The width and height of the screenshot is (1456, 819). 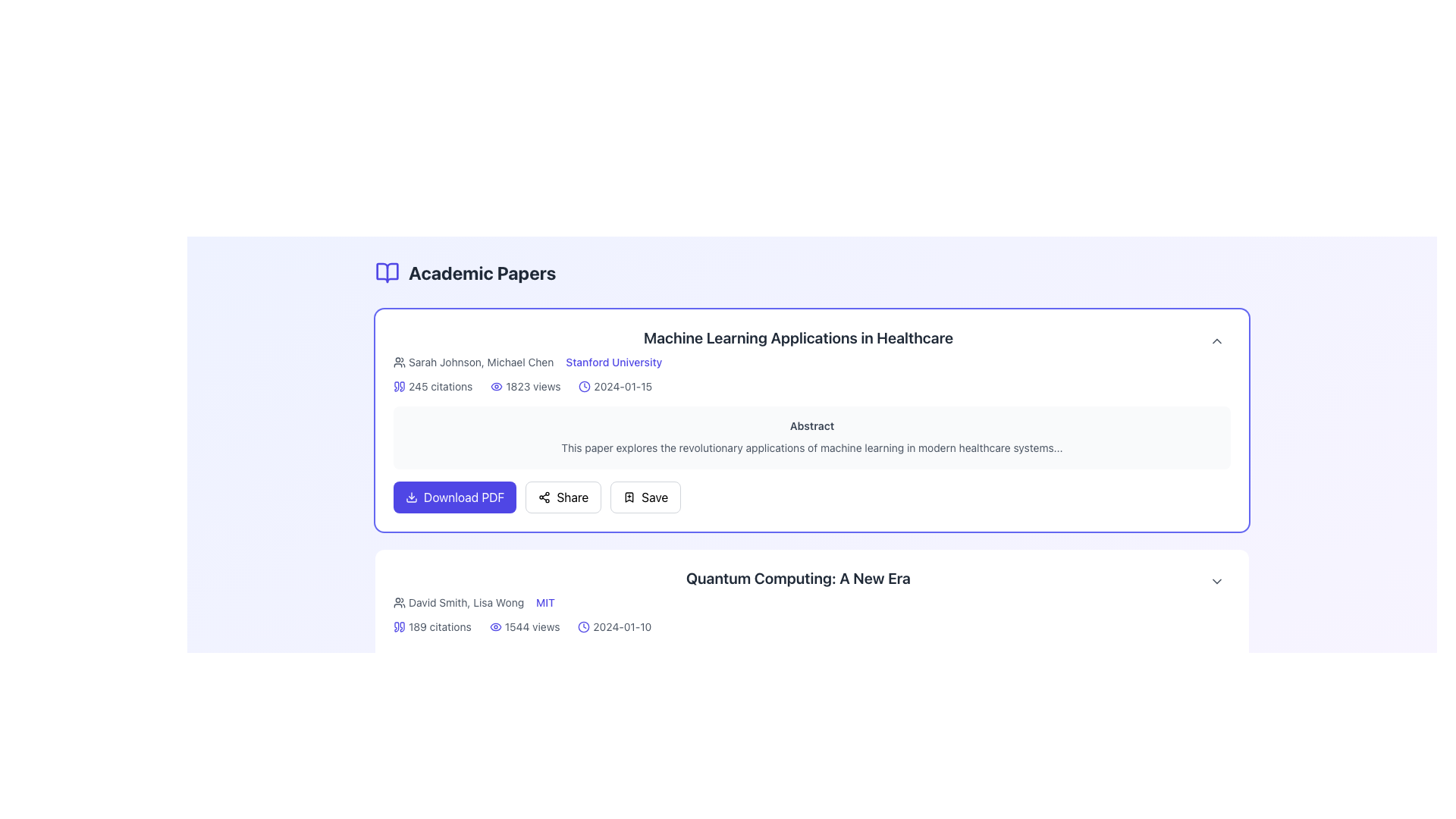 I want to click on the text element displaying '245 citations,' which includes a blue quotation mark icon as a prefix, located in the metadata section of the topmost academic paper, so click(x=432, y=385).